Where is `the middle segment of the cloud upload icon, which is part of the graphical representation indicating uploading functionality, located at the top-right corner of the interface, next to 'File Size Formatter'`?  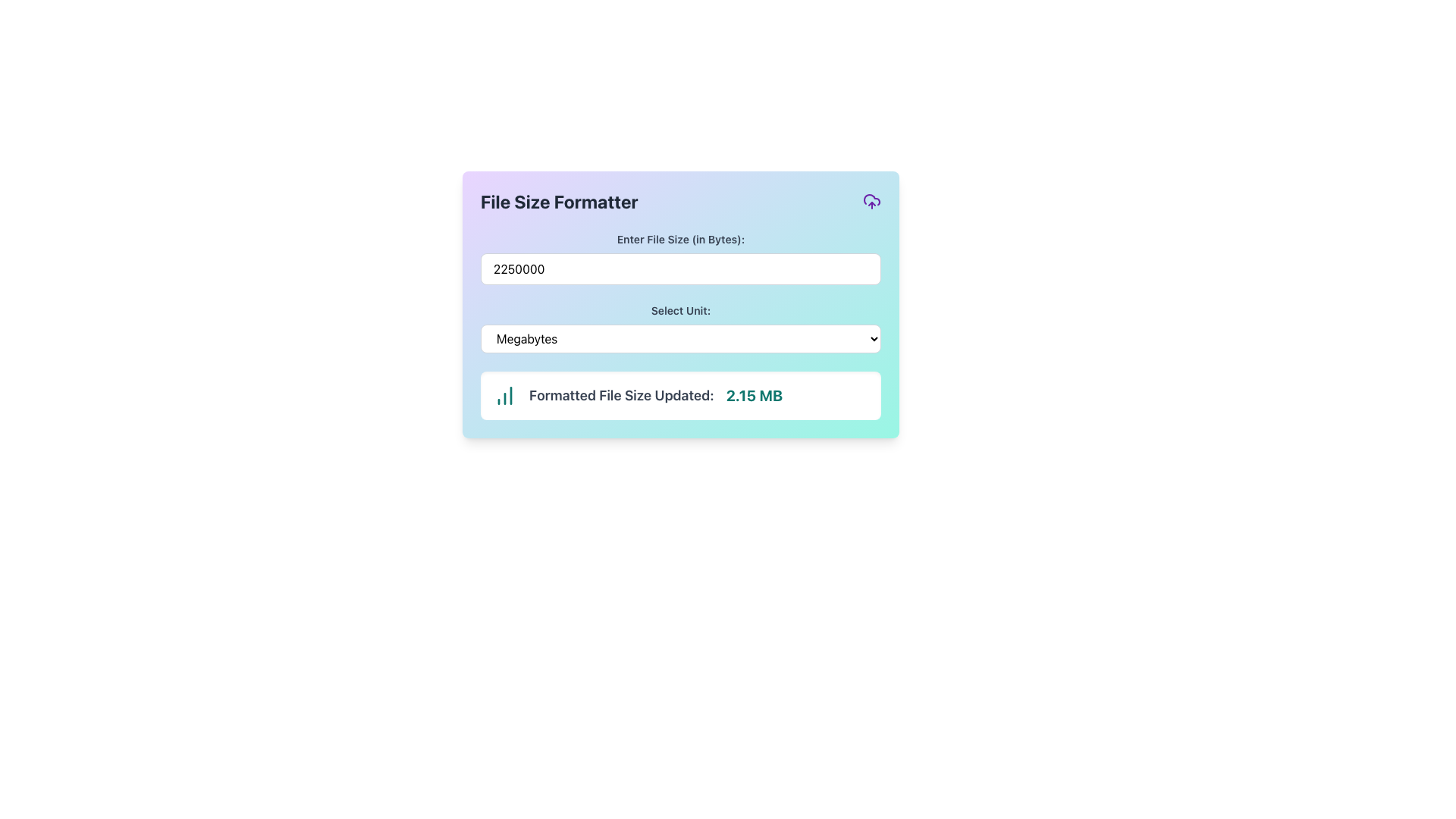
the middle segment of the cloud upload icon, which is part of the graphical representation indicating uploading functionality, located at the top-right corner of the interface, next to 'File Size Formatter' is located at coordinates (872, 199).